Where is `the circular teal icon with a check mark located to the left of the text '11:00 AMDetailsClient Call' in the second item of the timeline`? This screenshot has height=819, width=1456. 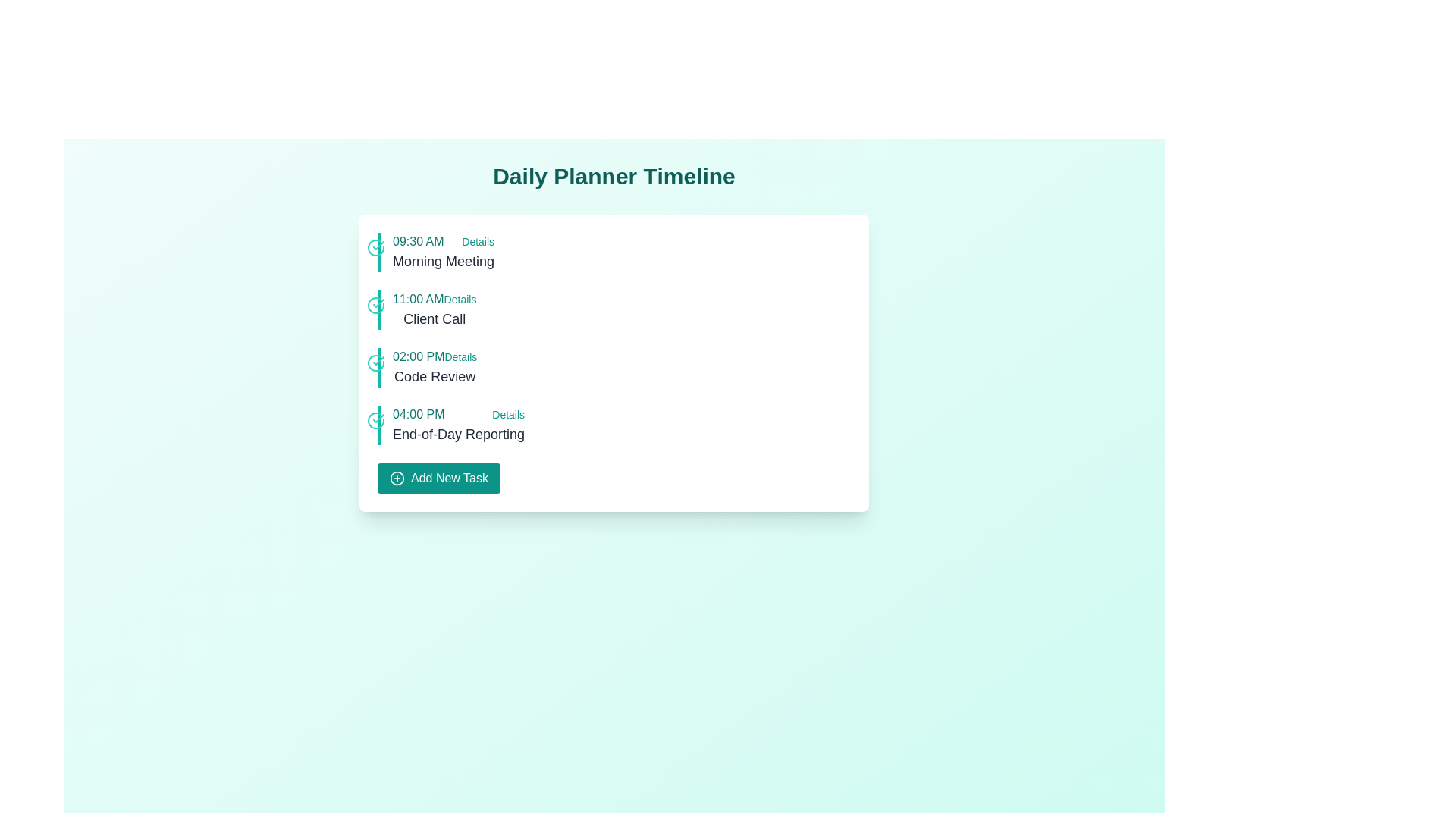
the circular teal icon with a check mark located to the left of the text '11:00 AMDetailsClient Call' in the second item of the timeline is located at coordinates (375, 305).